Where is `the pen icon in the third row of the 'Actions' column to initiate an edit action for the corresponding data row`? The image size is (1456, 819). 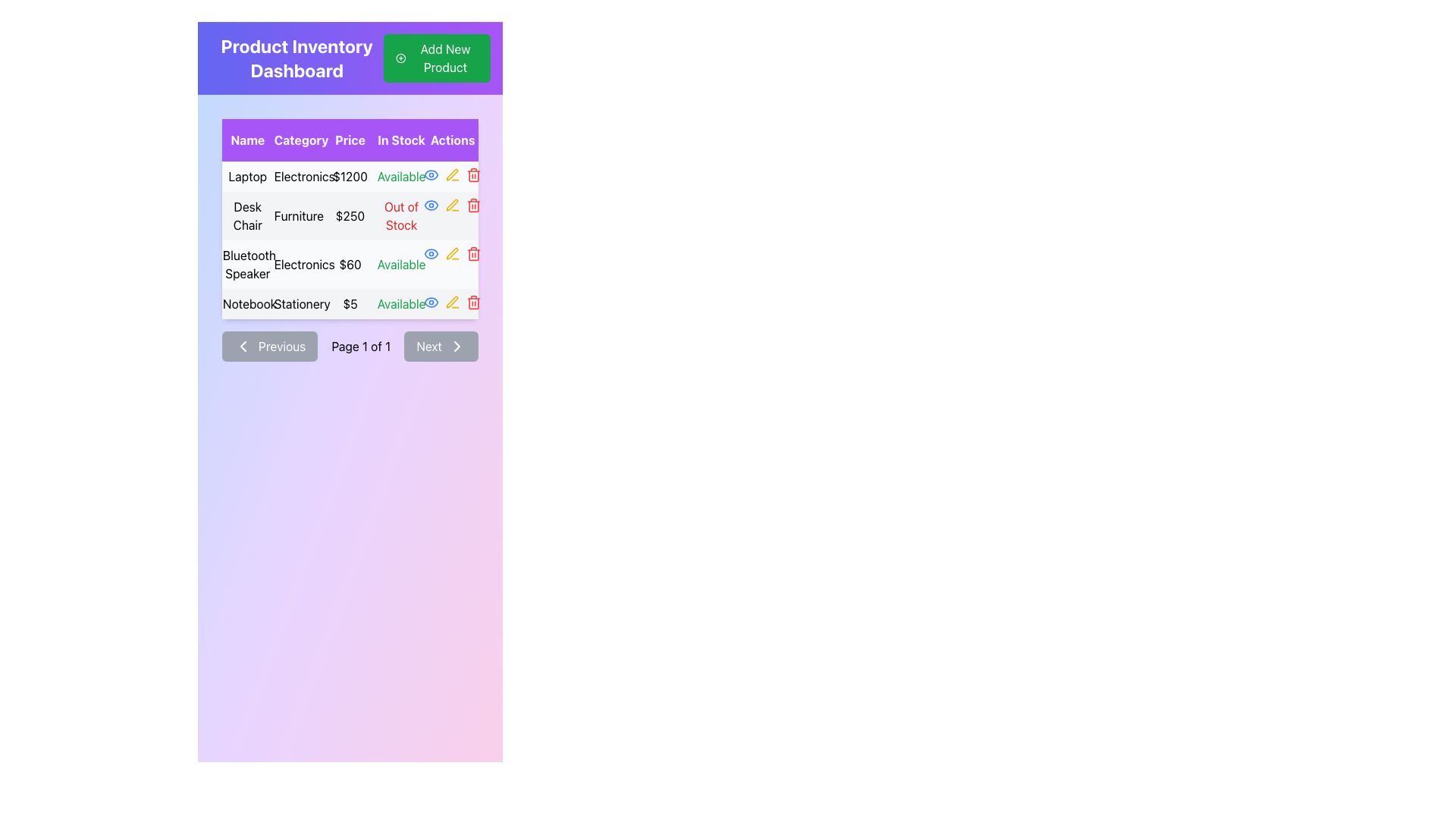 the pen icon in the third row of the 'Actions' column to initiate an edit action for the corresponding data row is located at coordinates (452, 253).